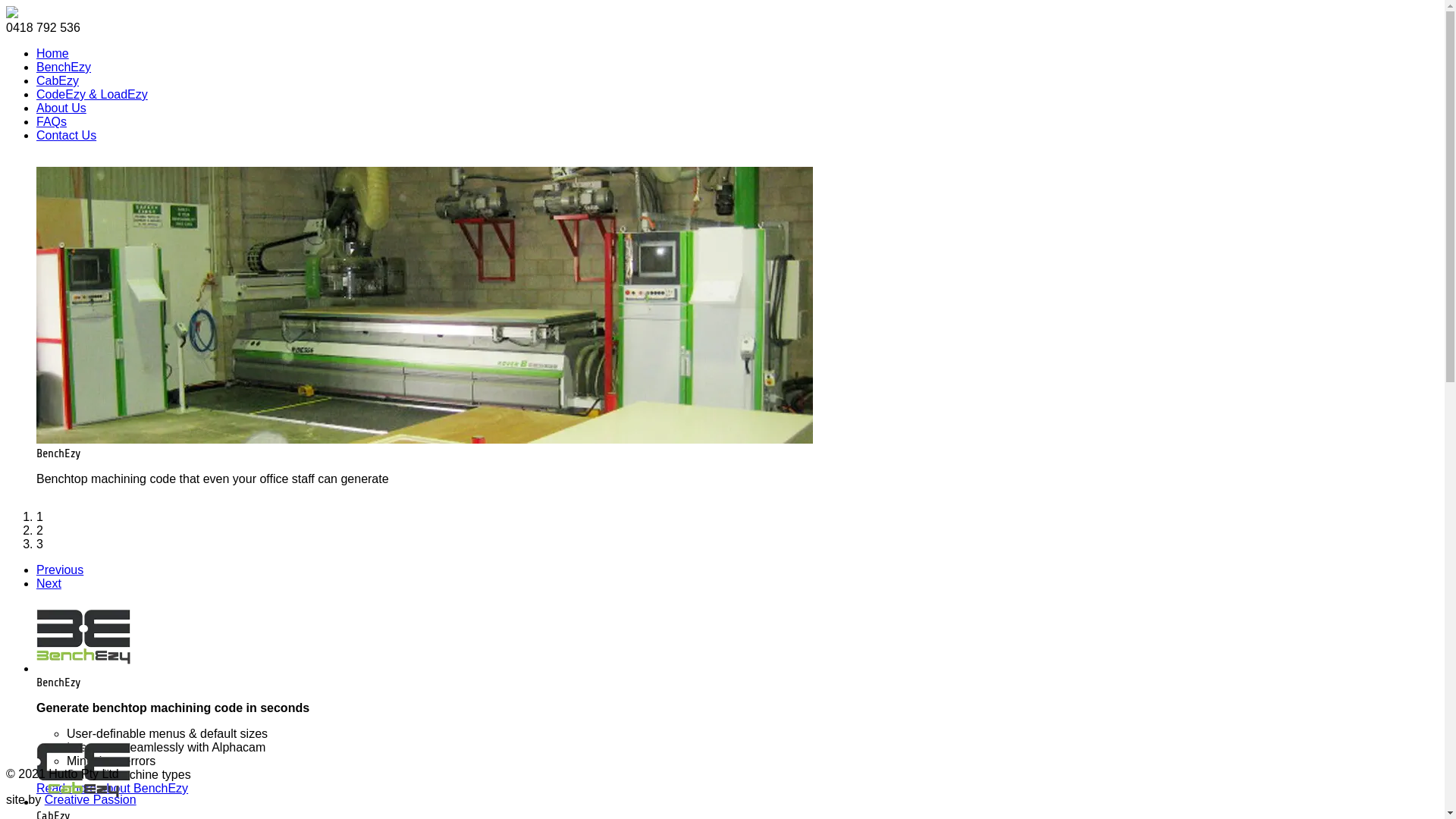 Image resolution: width=1456 pixels, height=819 pixels. What do you see at coordinates (52, 52) in the screenshot?
I see `'Home'` at bounding box center [52, 52].